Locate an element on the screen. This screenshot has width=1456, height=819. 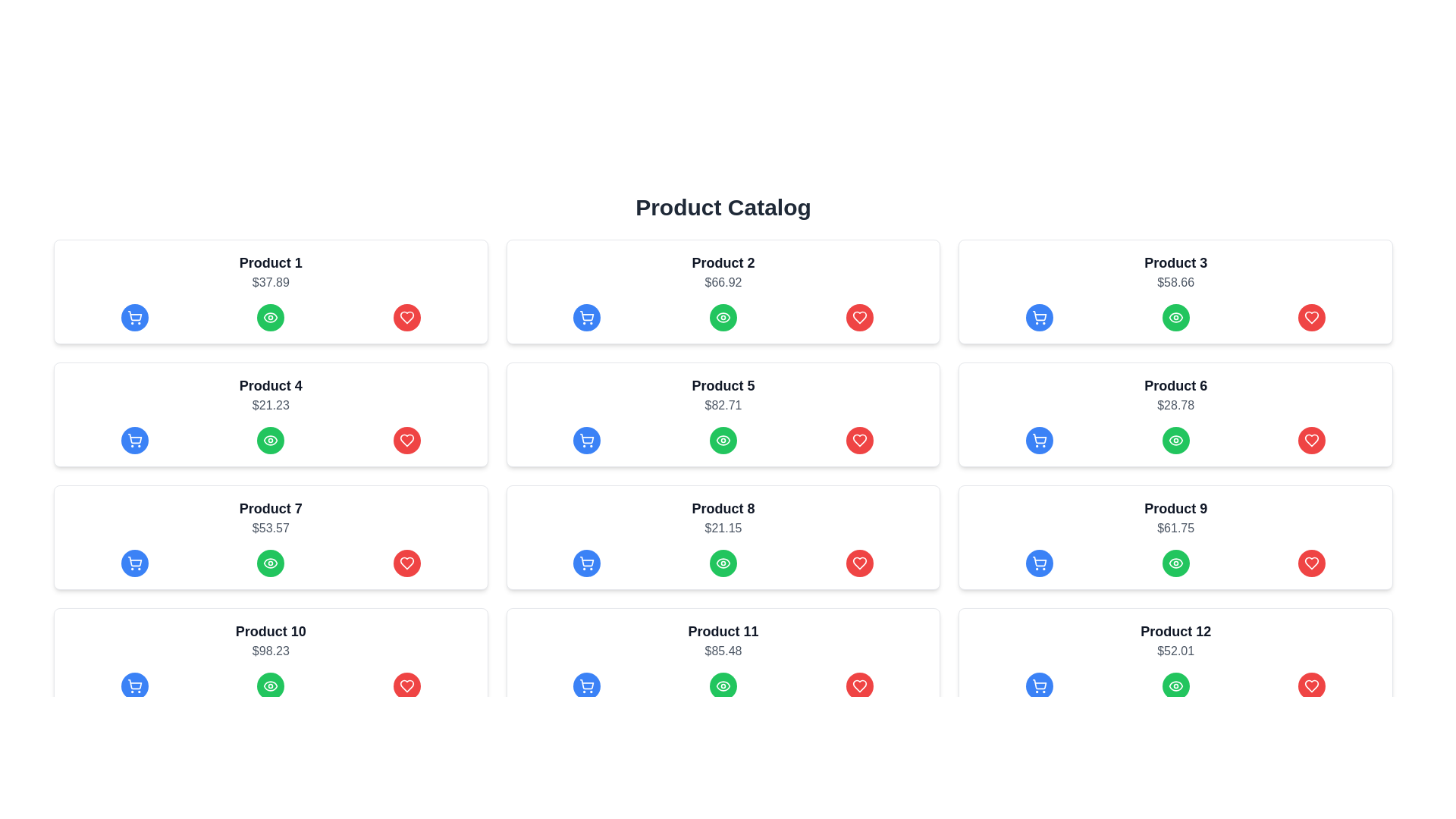
the circular green button with a white eye icon for 'view' functionality, located as the second button in the action buttons group for 'Product 3' in the top-right corner of the product grid is located at coordinates (1175, 317).